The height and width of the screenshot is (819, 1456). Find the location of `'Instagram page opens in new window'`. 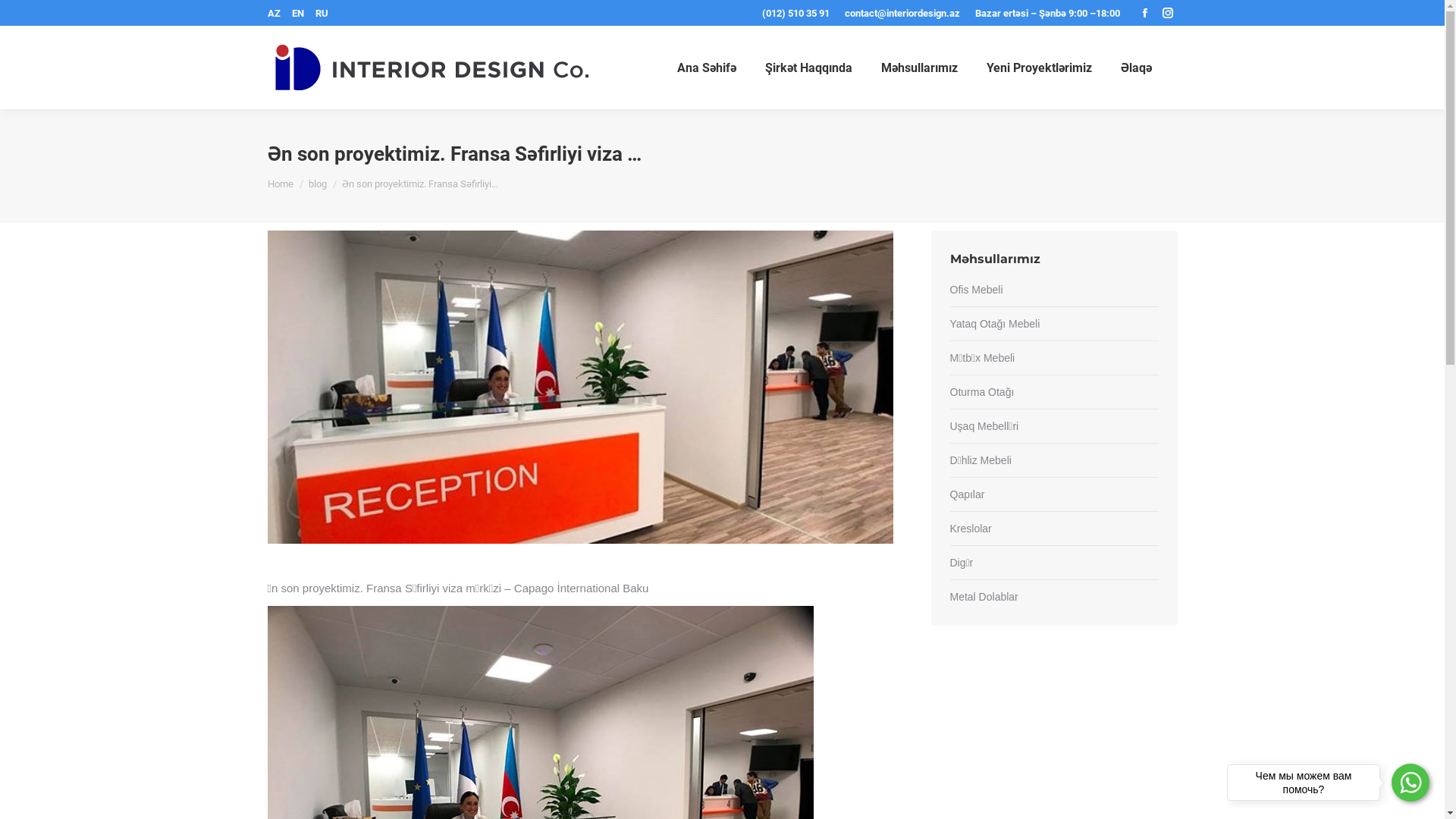

'Instagram page opens in new window' is located at coordinates (1166, 12).